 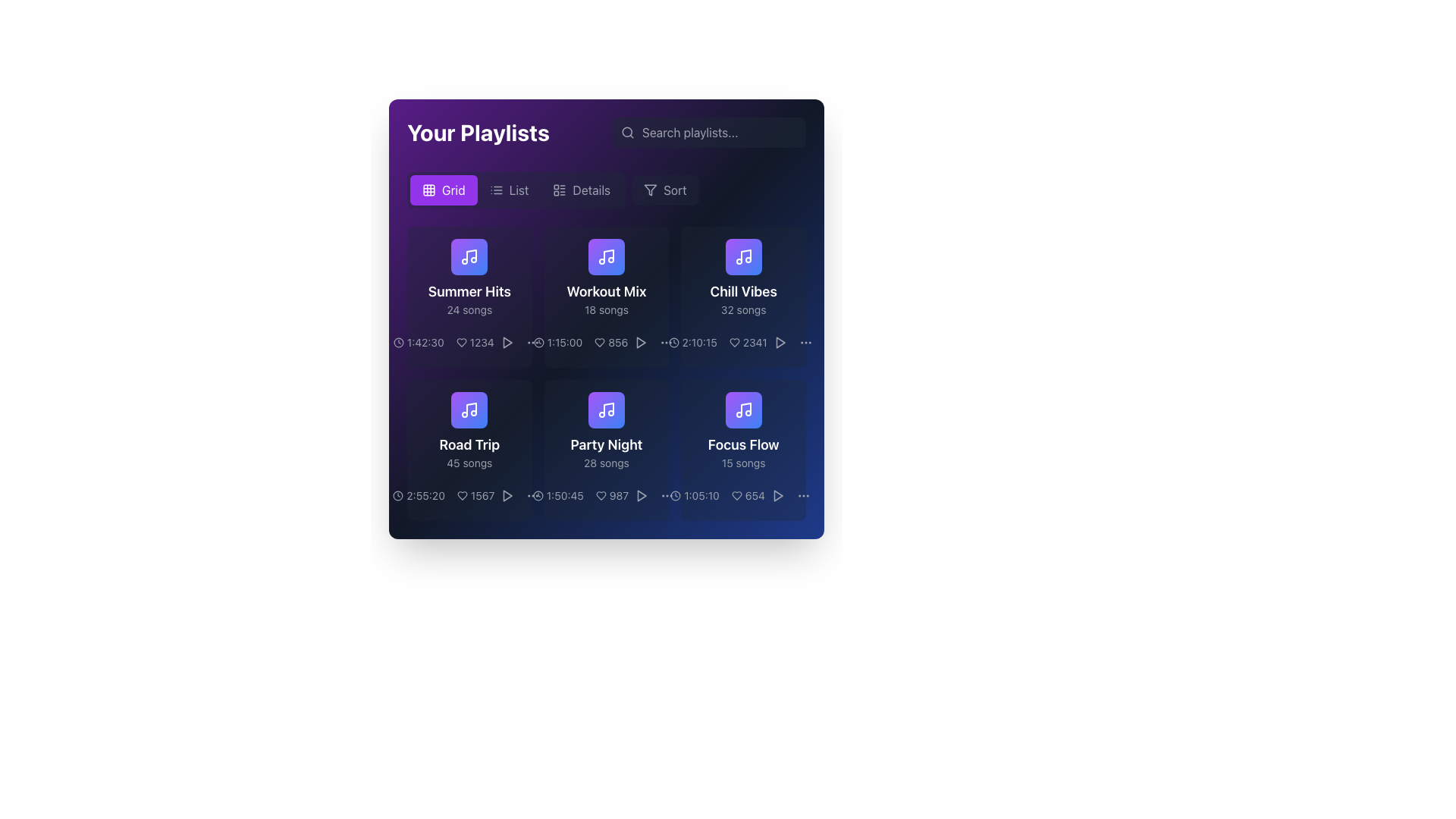 What do you see at coordinates (469, 496) in the screenshot?
I see `the heart icon representing likes or favorites for the 'Road Trip' playlist, located below the playlist title and track count` at bounding box center [469, 496].